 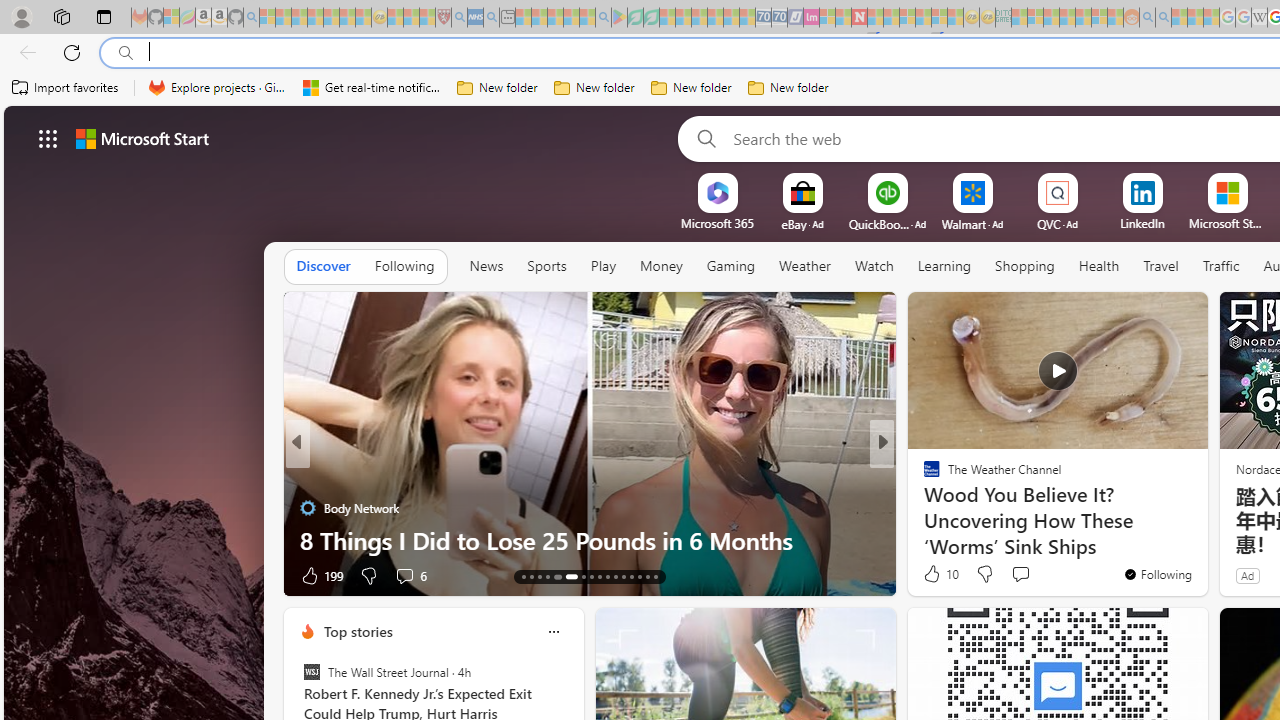 What do you see at coordinates (1020, 575) in the screenshot?
I see `'View comments 10 Comment'` at bounding box center [1020, 575].